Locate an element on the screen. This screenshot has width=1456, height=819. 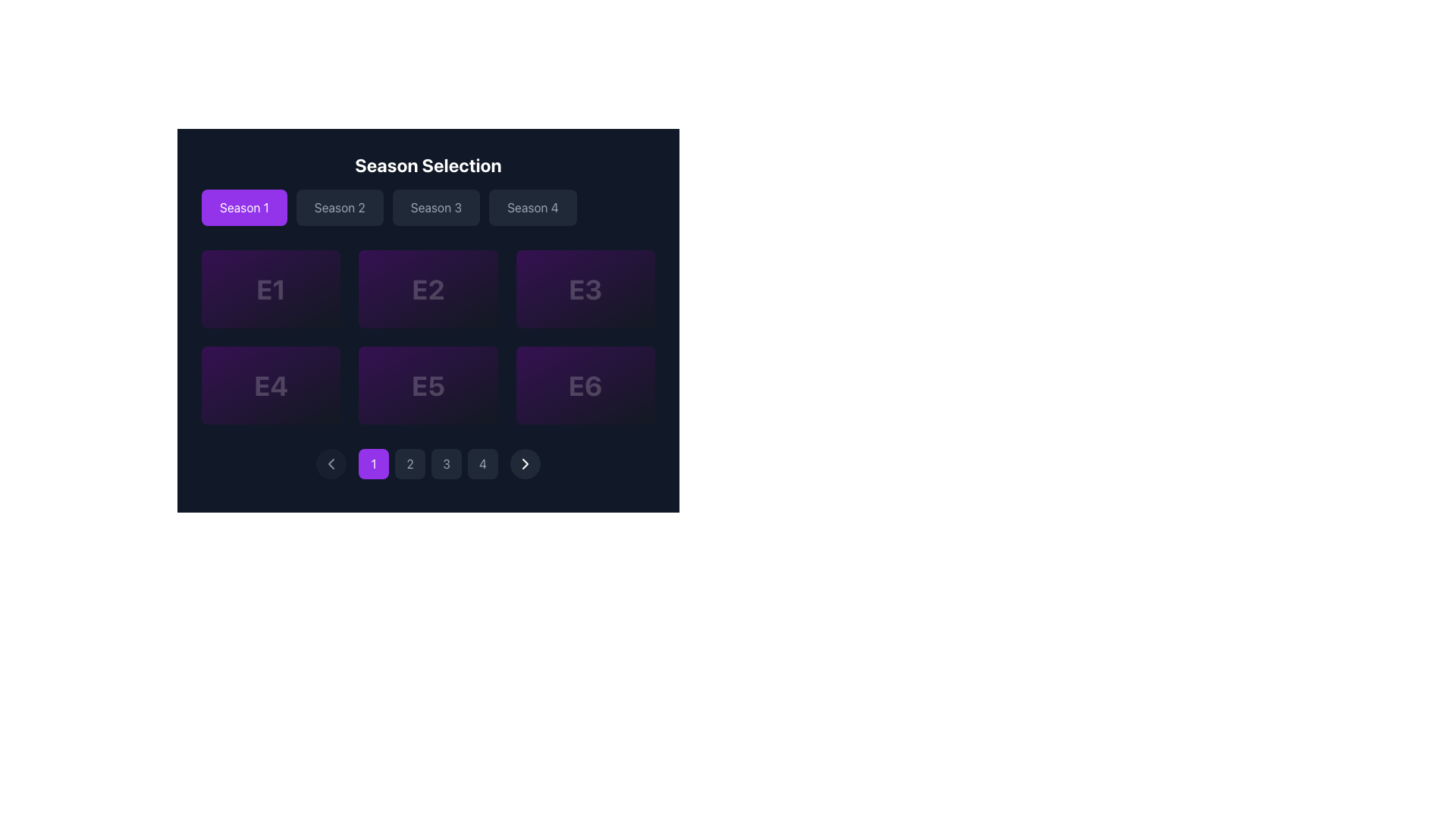
the separator indicator located between the pagination numbers '2' and '3' in the bottom center of the navigation bar is located at coordinates (428, 463).